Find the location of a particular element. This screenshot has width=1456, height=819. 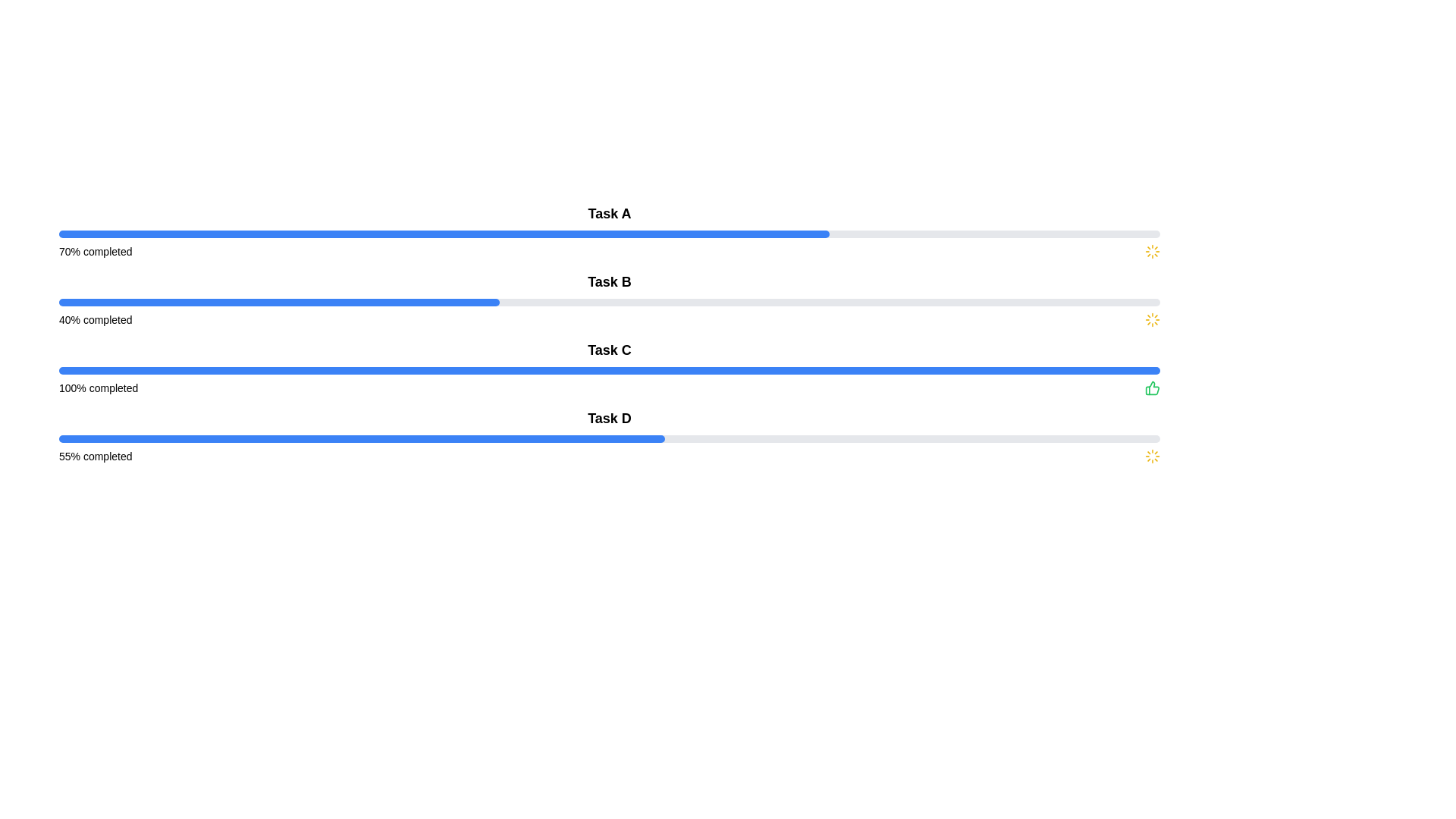

progress information from the Progress Indicator titled 'Task B', which displays '40% completed' and shows a blue and gray progress bar is located at coordinates (610, 299).